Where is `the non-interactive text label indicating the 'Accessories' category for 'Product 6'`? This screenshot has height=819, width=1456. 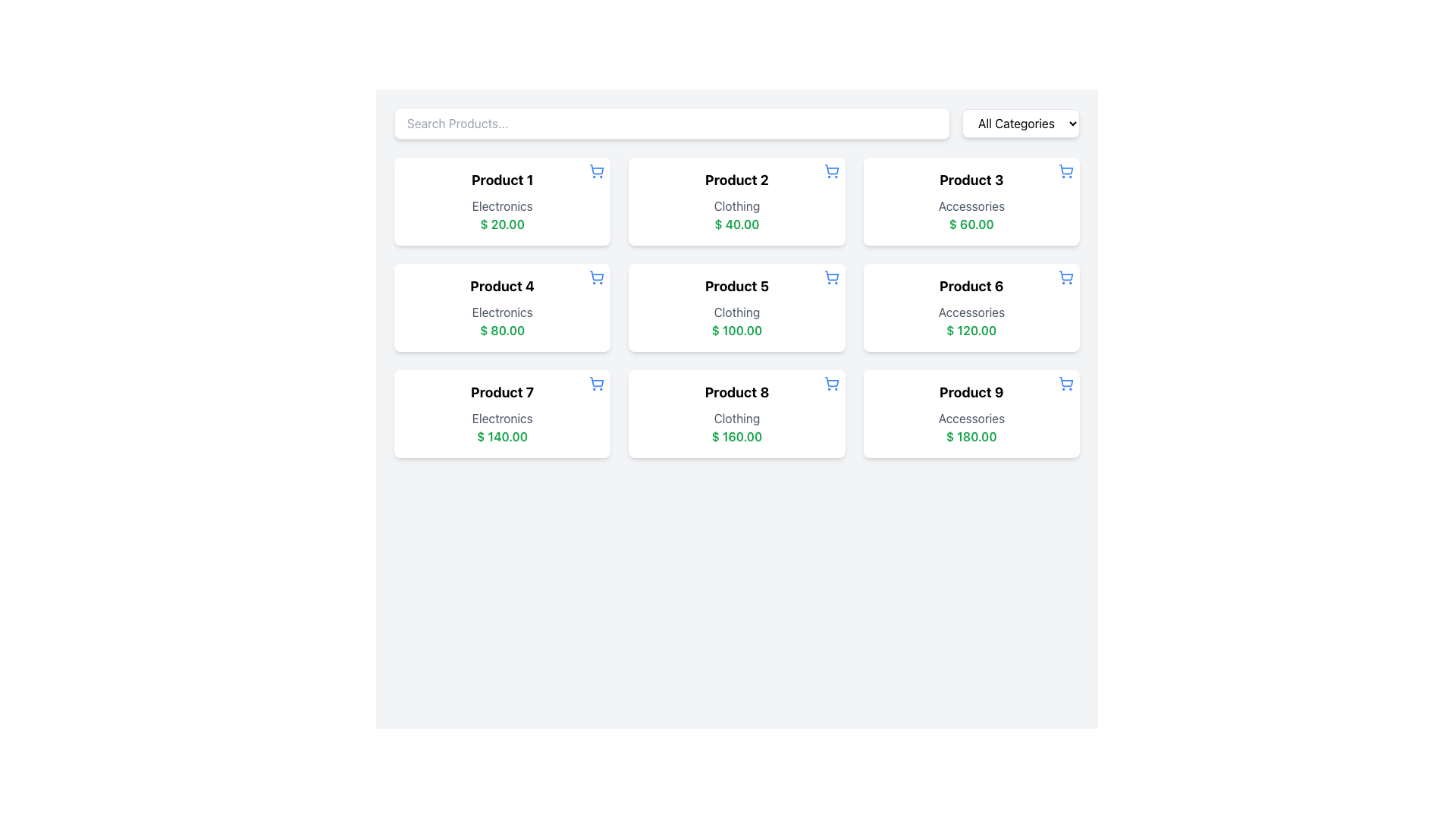
the non-interactive text label indicating the 'Accessories' category for 'Product 6' is located at coordinates (971, 312).